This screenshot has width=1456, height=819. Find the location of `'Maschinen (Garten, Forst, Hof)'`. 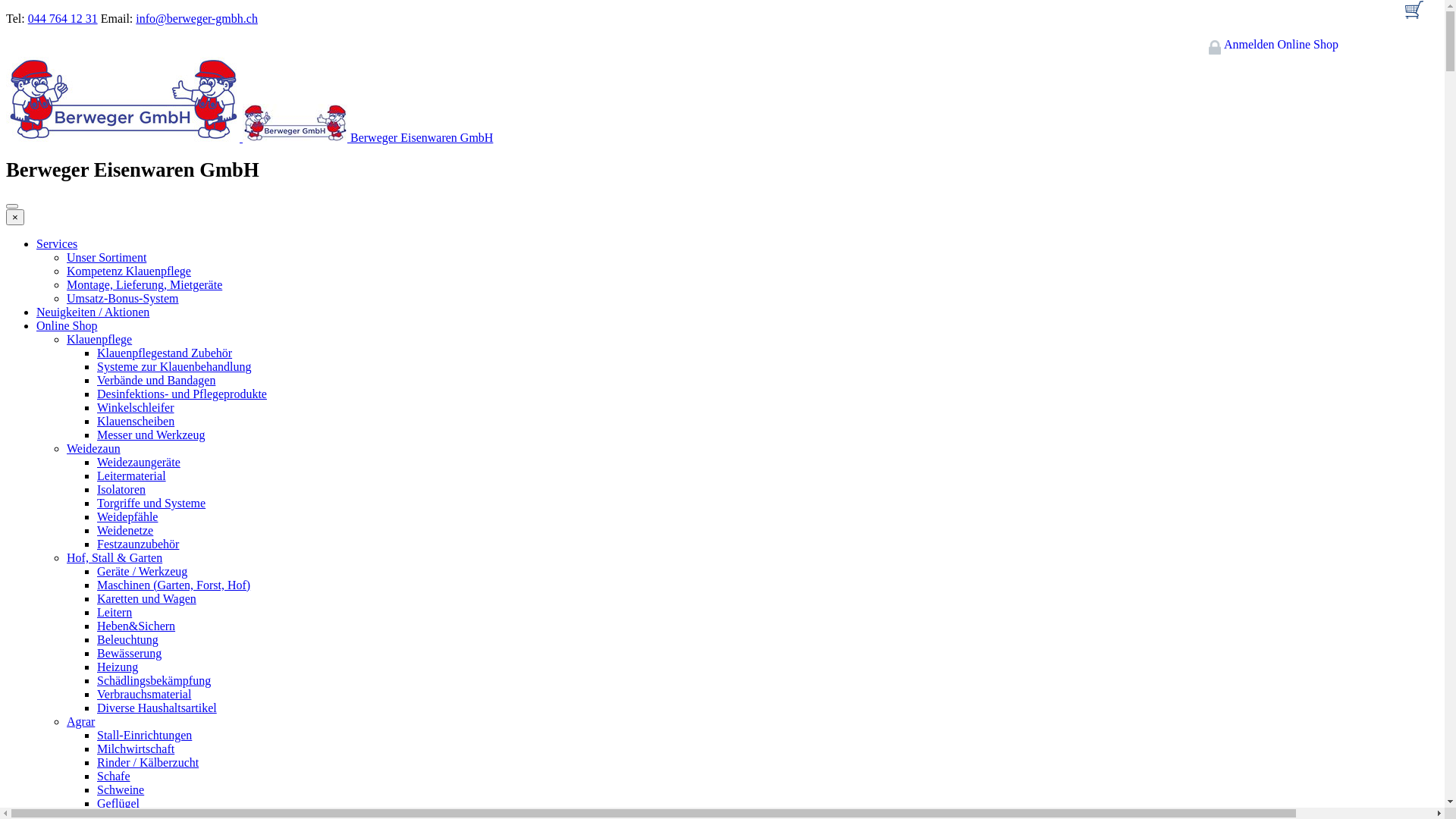

'Maschinen (Garten, Forst, Hof)' is located at coordinates (174, 584).